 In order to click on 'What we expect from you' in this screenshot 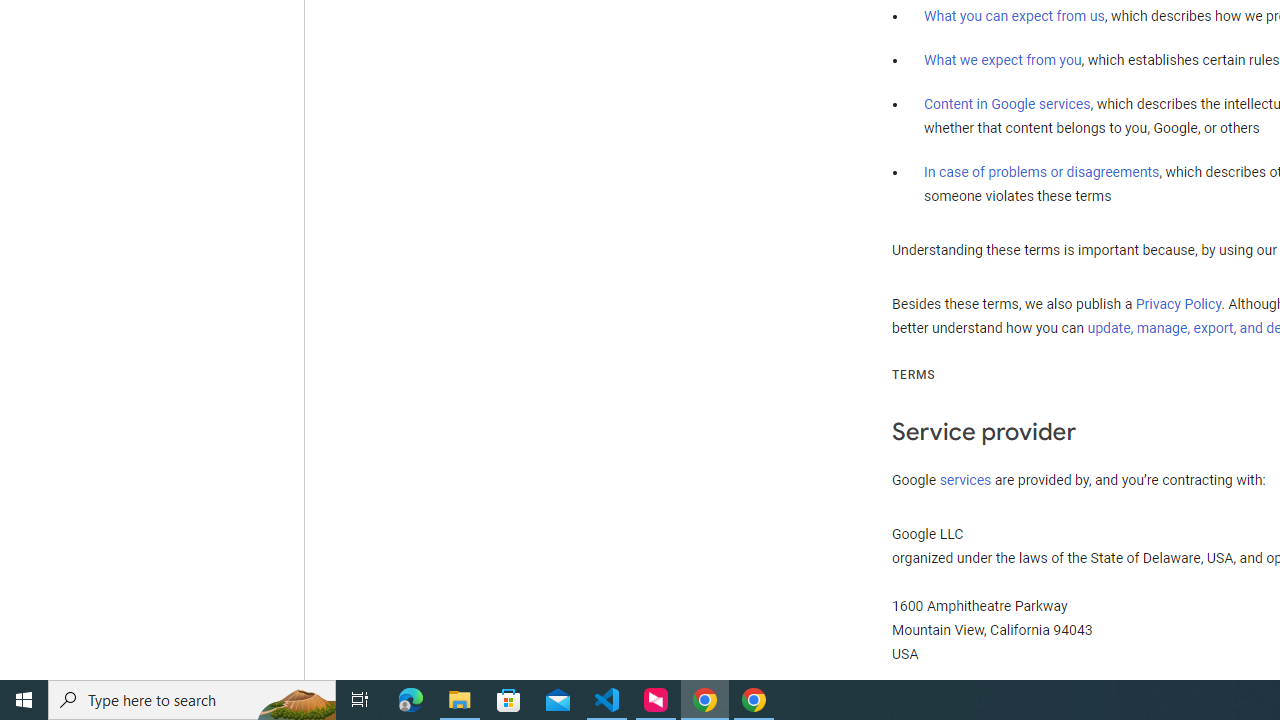, I will do `click(1002, 59)`.